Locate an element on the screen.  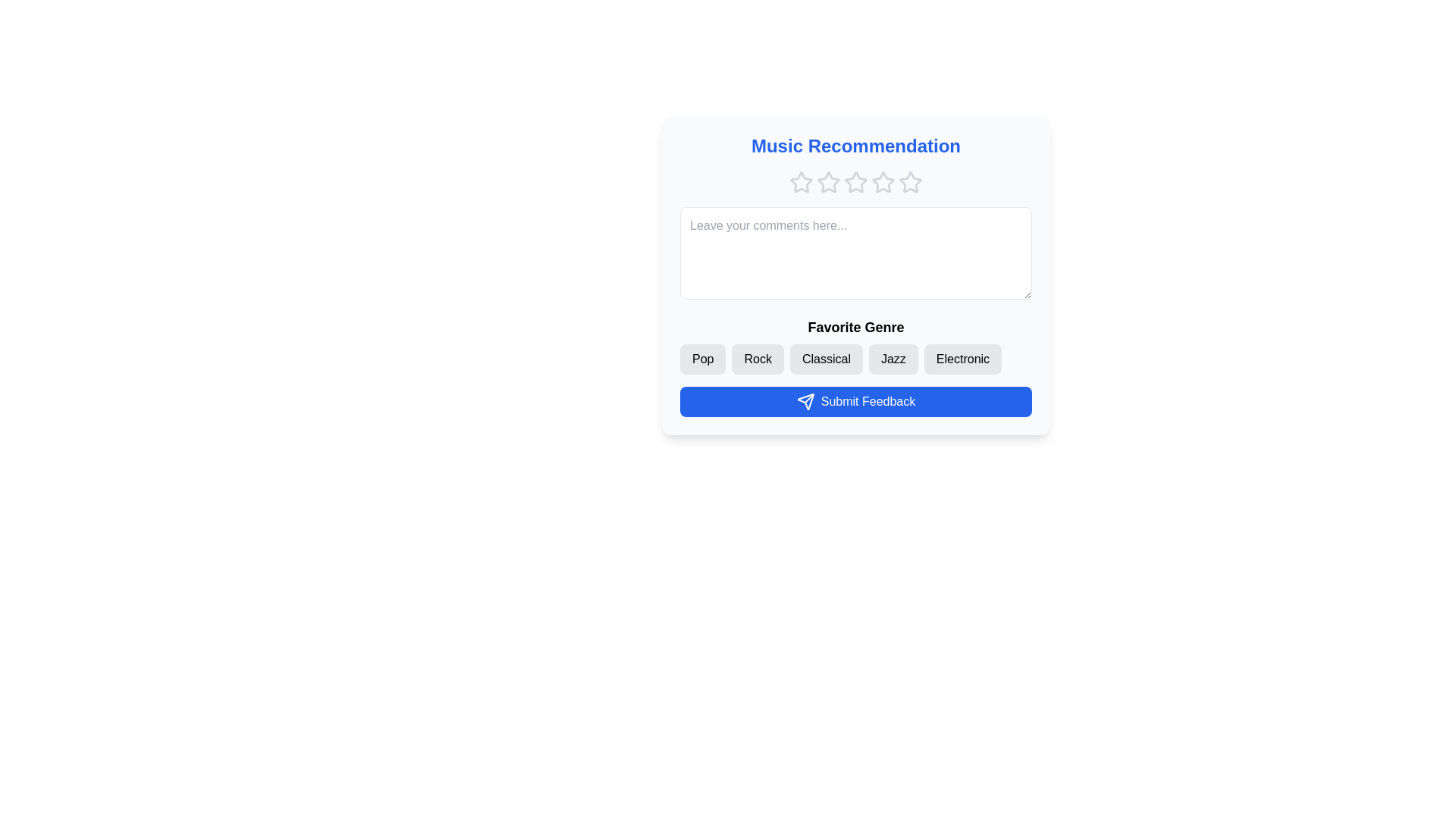
the 'Classical' genre button, which is a rectangular button with a gray background and the text 'Classical' in black, located under the label 'Favorite Genre' between the 'Rock' and 'Jazz' buttons is located at coordinates (825, 359).